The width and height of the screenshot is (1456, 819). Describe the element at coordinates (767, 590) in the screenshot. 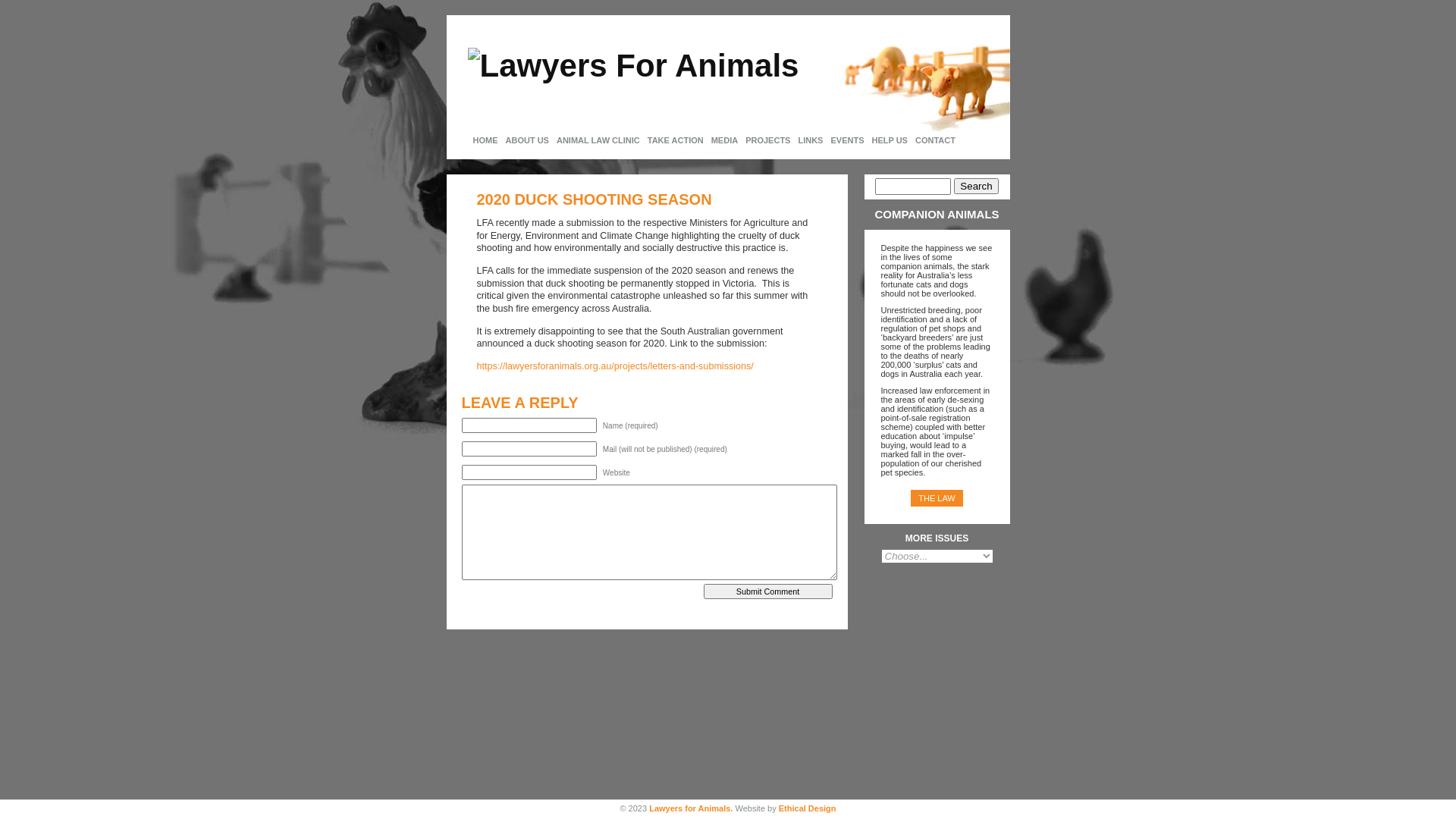

I see `'Submit Comment'` at that location.